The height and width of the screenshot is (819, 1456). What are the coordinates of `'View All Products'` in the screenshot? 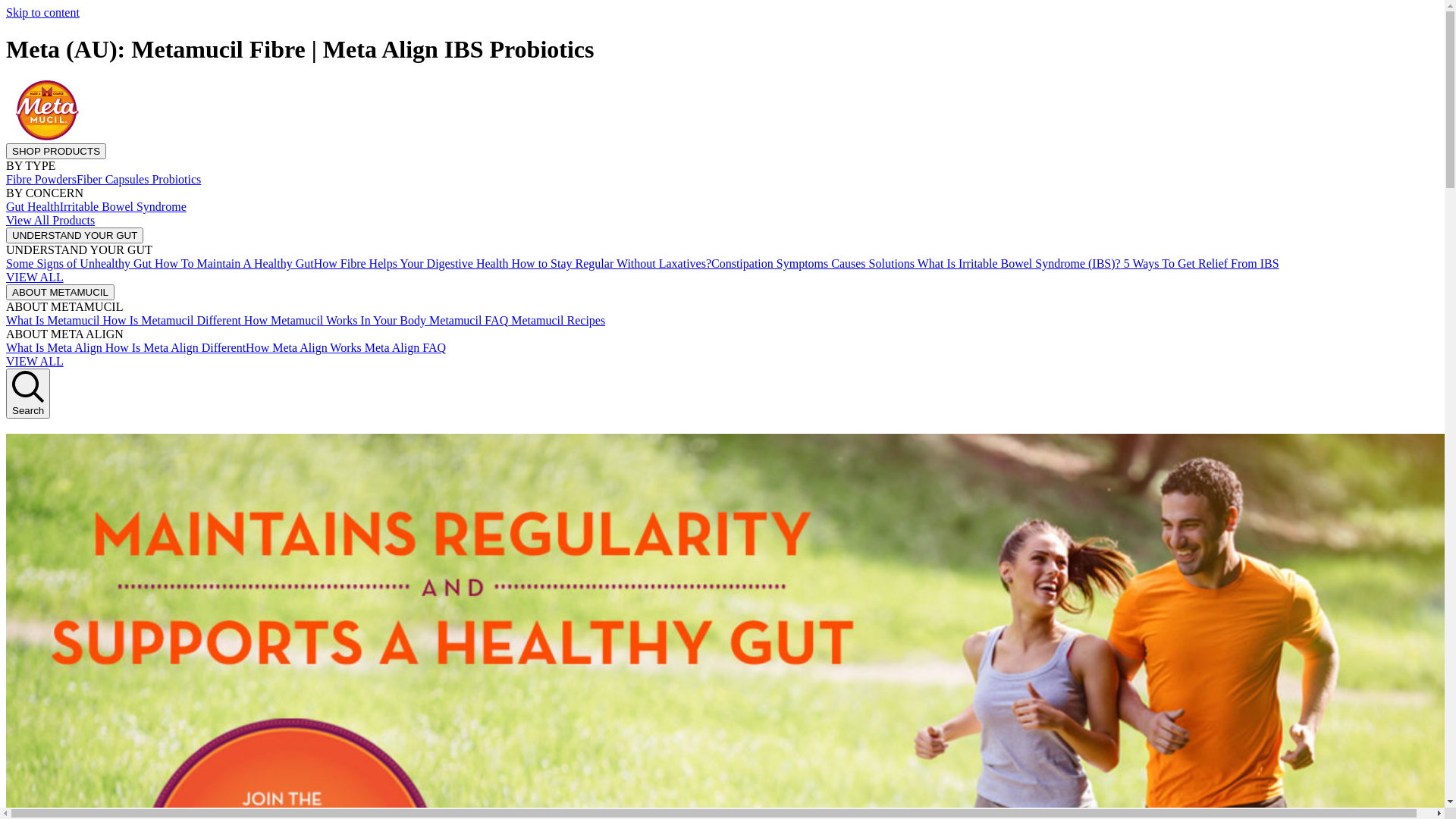 It's located at (50, 220).